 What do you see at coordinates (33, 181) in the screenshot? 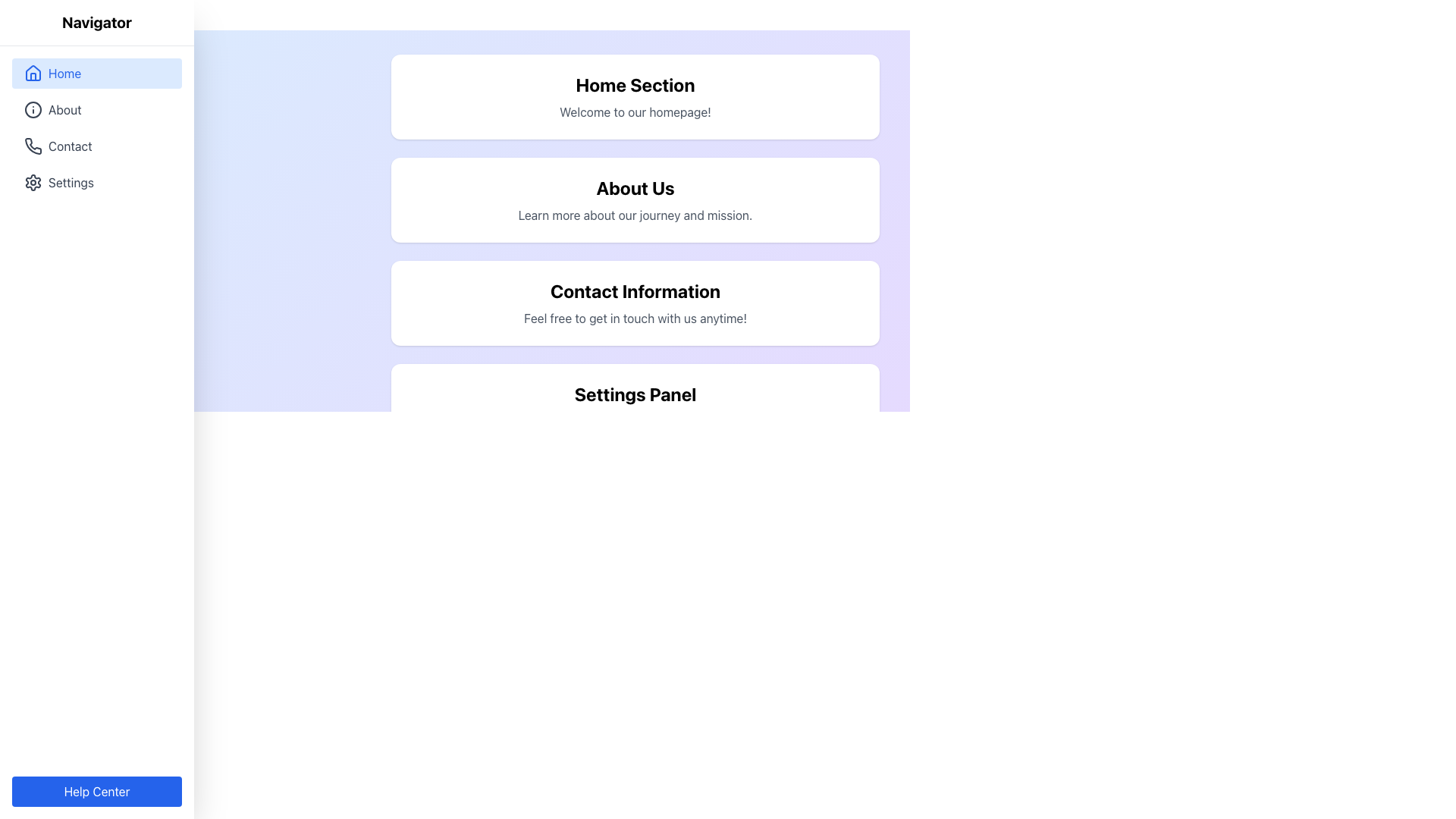
I see `the gear-shaped icon representing settings located at the top-left corner of the 'Settings' button in the navigation menu` at bounding box center [33, 181].